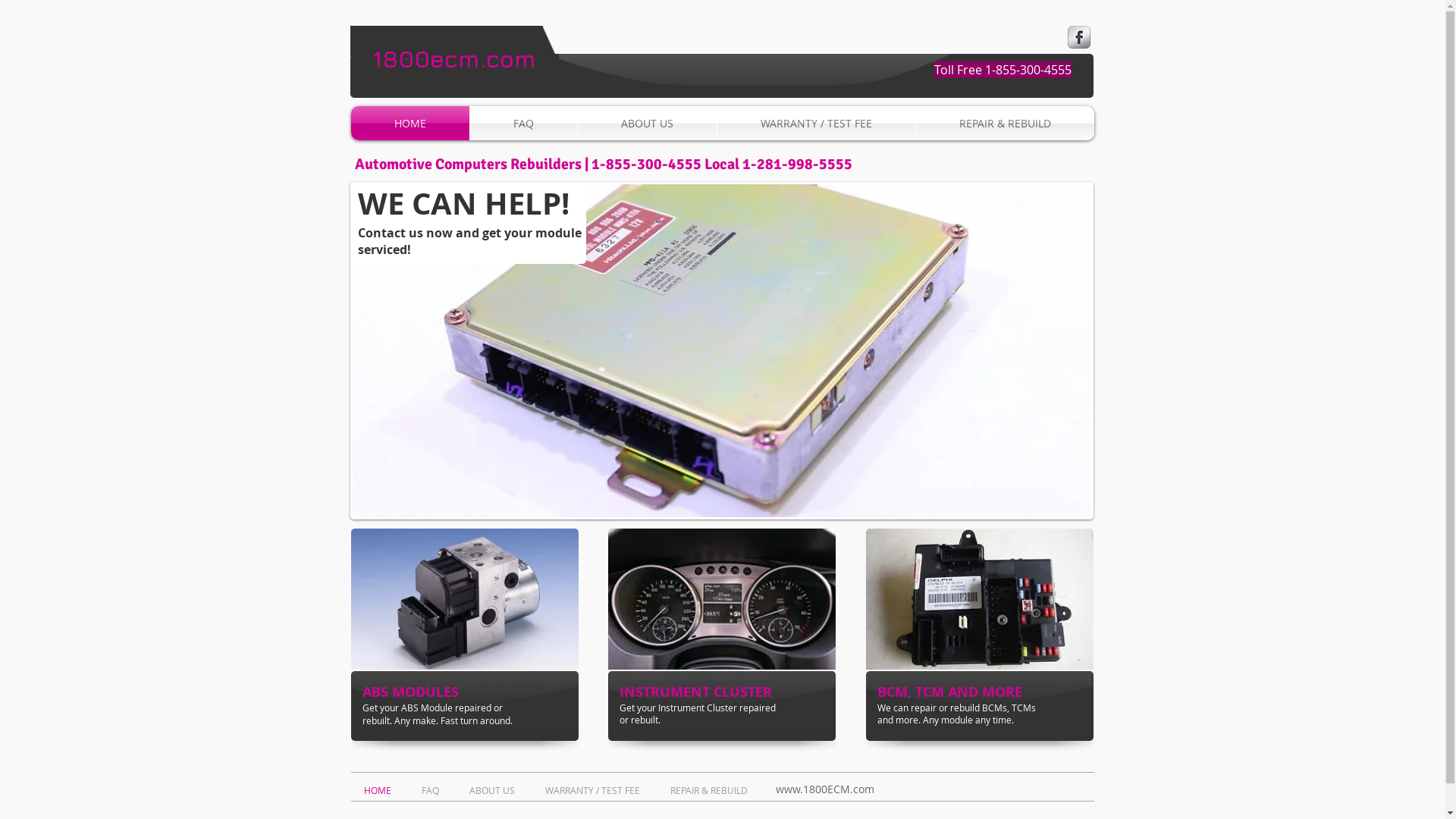 This screenshot has width=1456, height=819. What do you see at coordinates (432, 788) in the screenshot?
I see `'FAQ'` at bounding box center [432, 788].